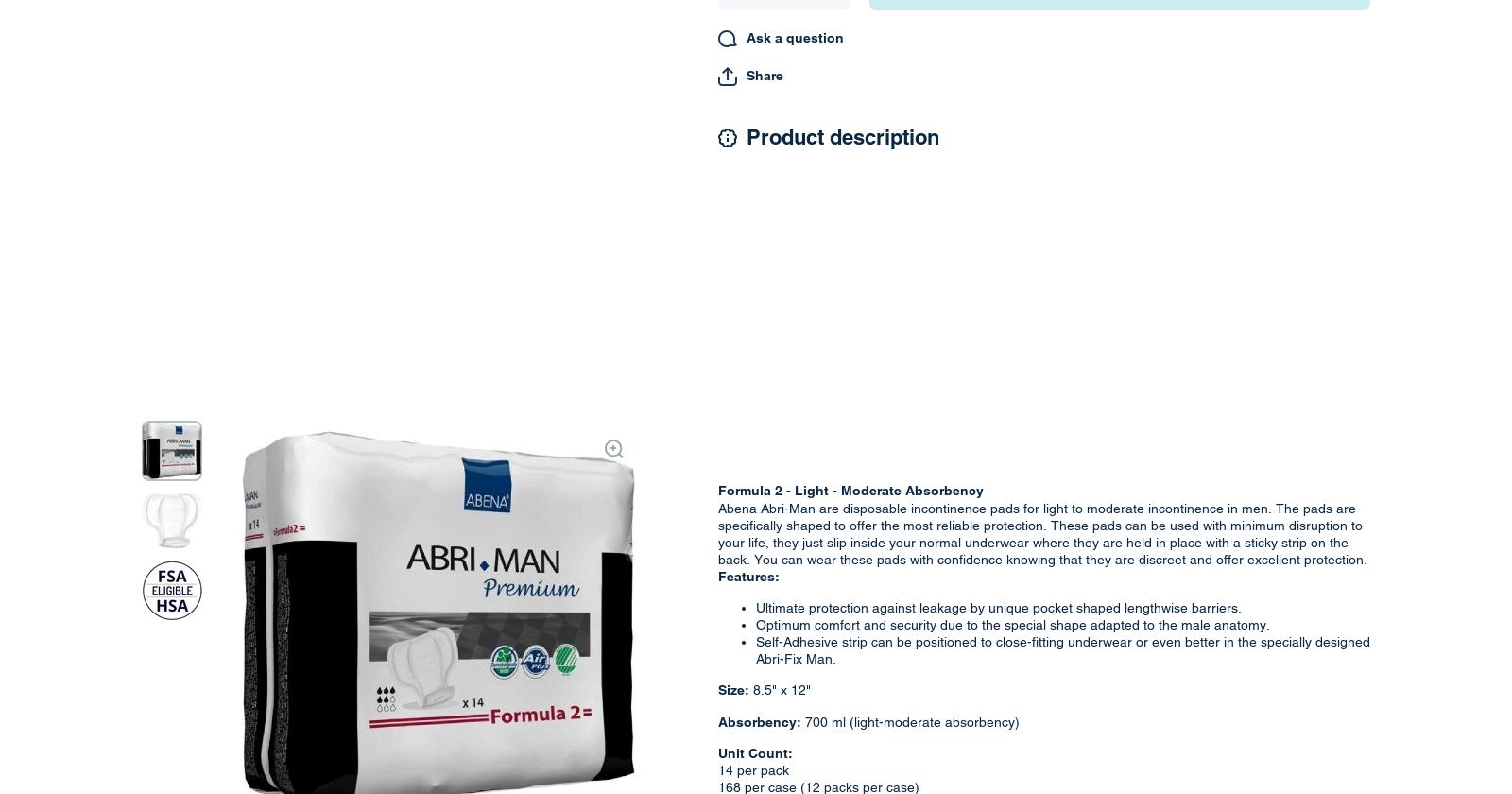 This screenshot has height=794, width=1512. What do you see at coordinates (443, 357) in the screenshot?
I see `'Rely FAQ'` at bounding box center [443, 357].